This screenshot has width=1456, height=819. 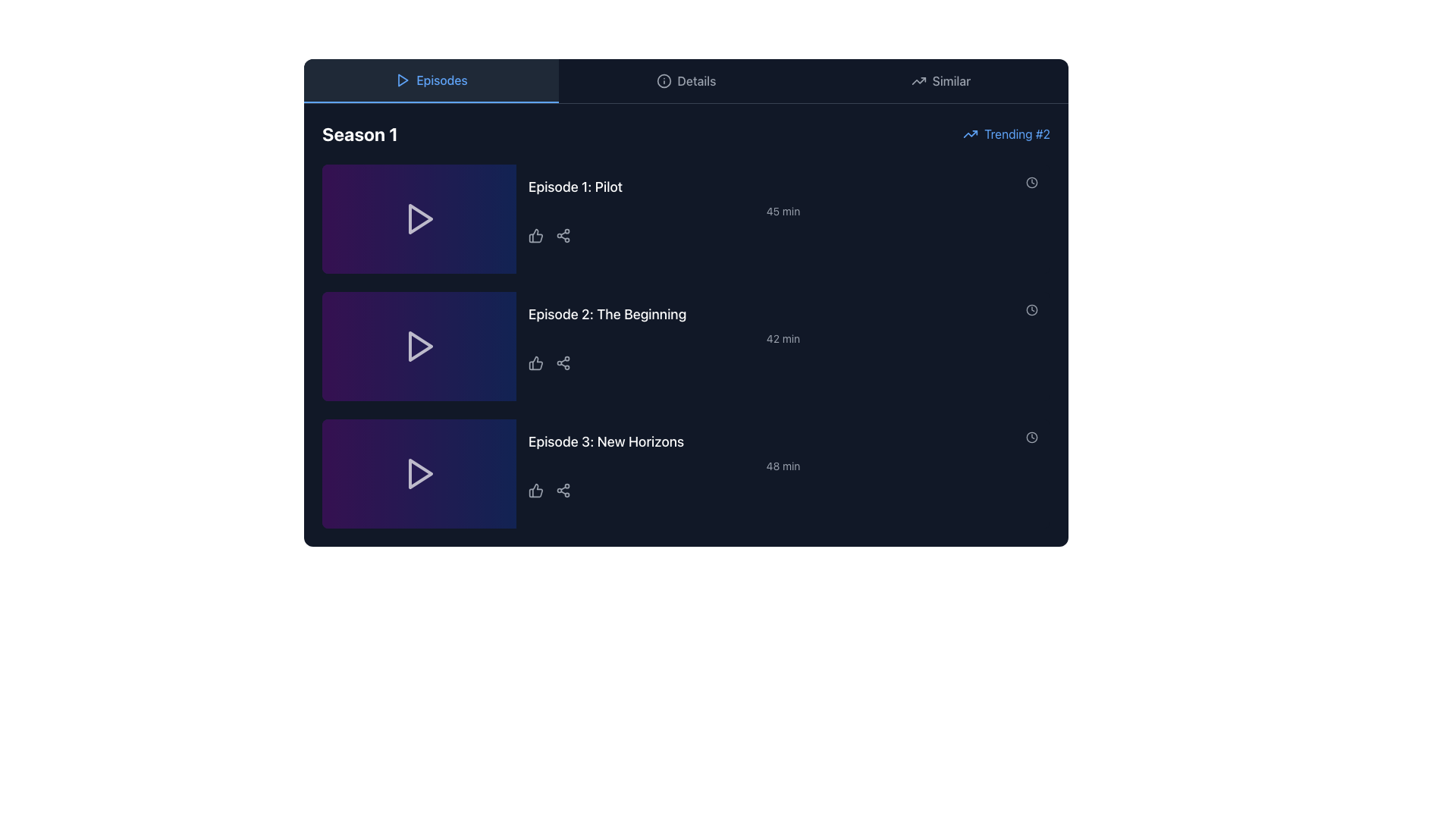 I want to click on the button associated with 'Episode 1: Pilot', so click(x=419, y=219).